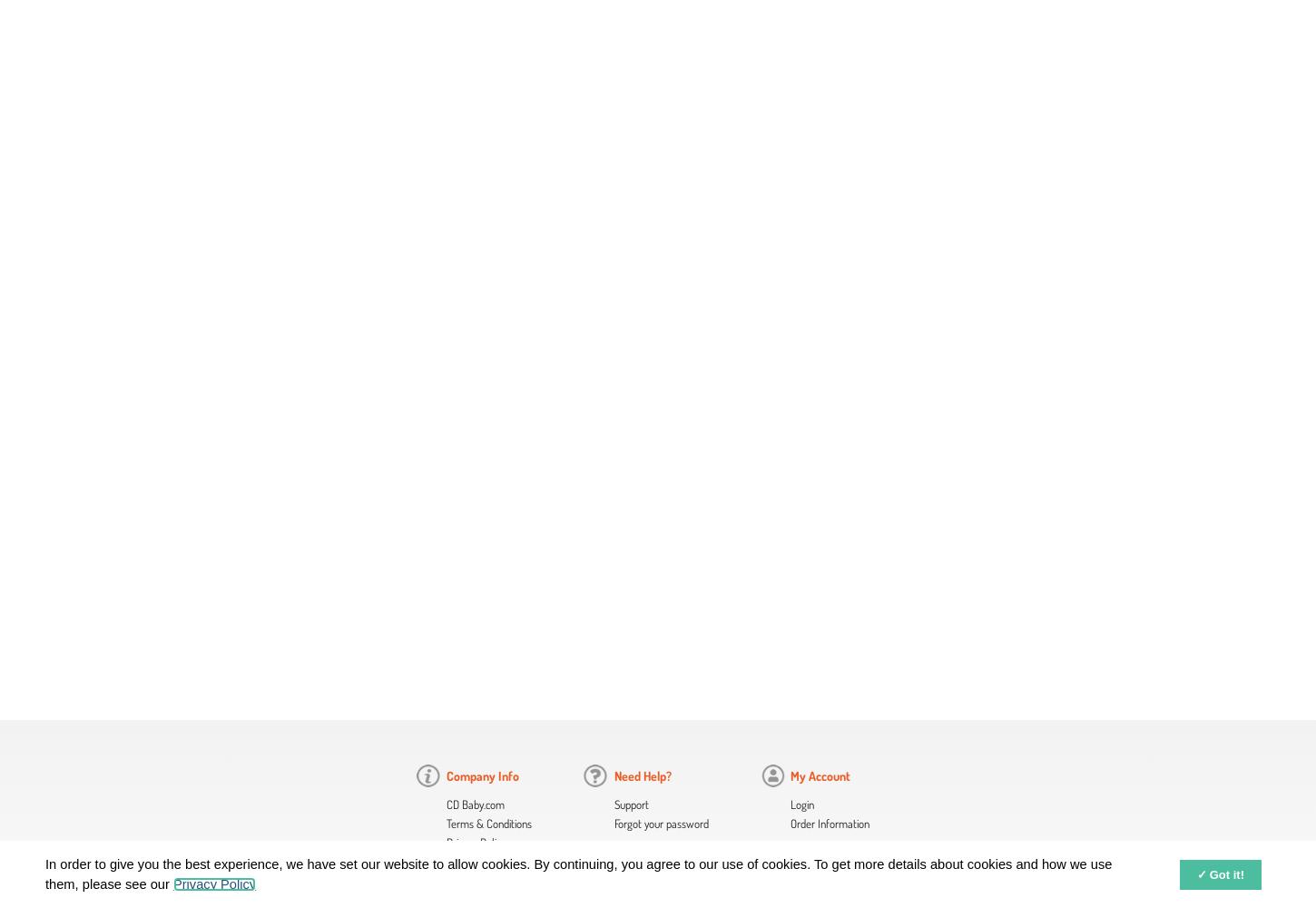 Image resolution: width=1316 pixels, height=908 pixels. I want to click on 'My Account', so click(819, 775).